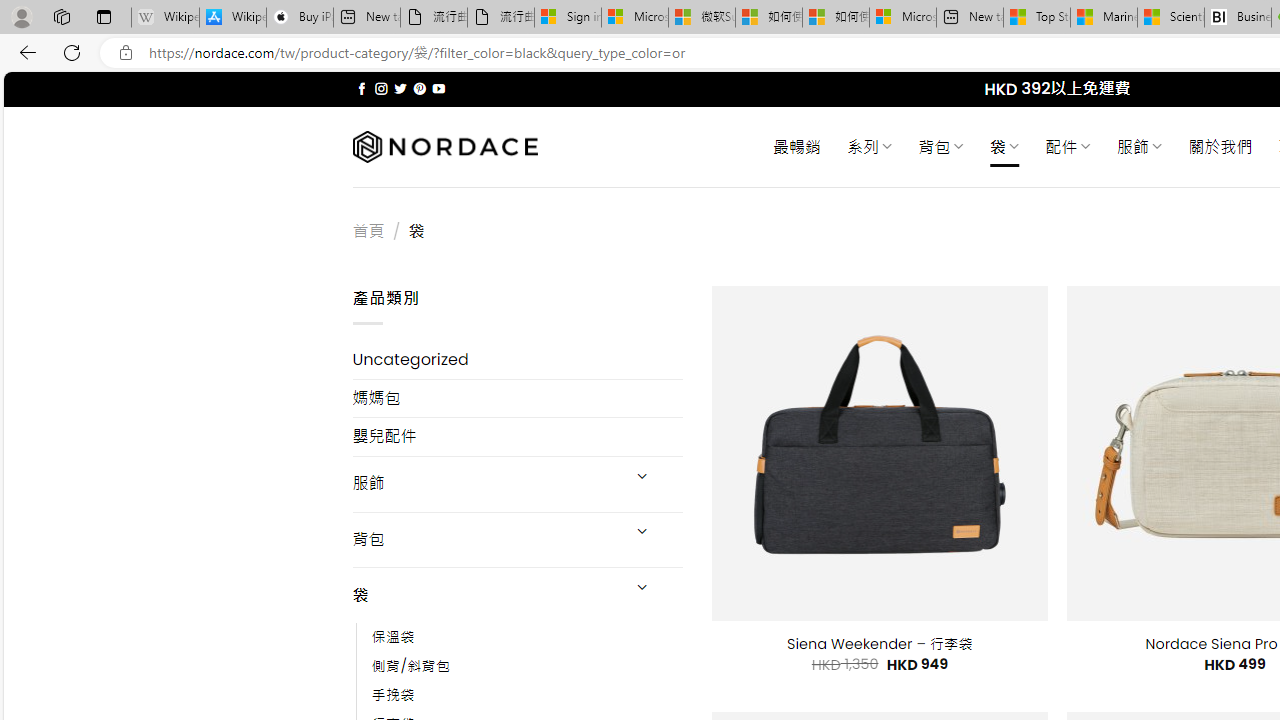 The width and height of the screenshot is (1280, 720). I want to click on 'Buy iPad - Apple', so click(299, 17).